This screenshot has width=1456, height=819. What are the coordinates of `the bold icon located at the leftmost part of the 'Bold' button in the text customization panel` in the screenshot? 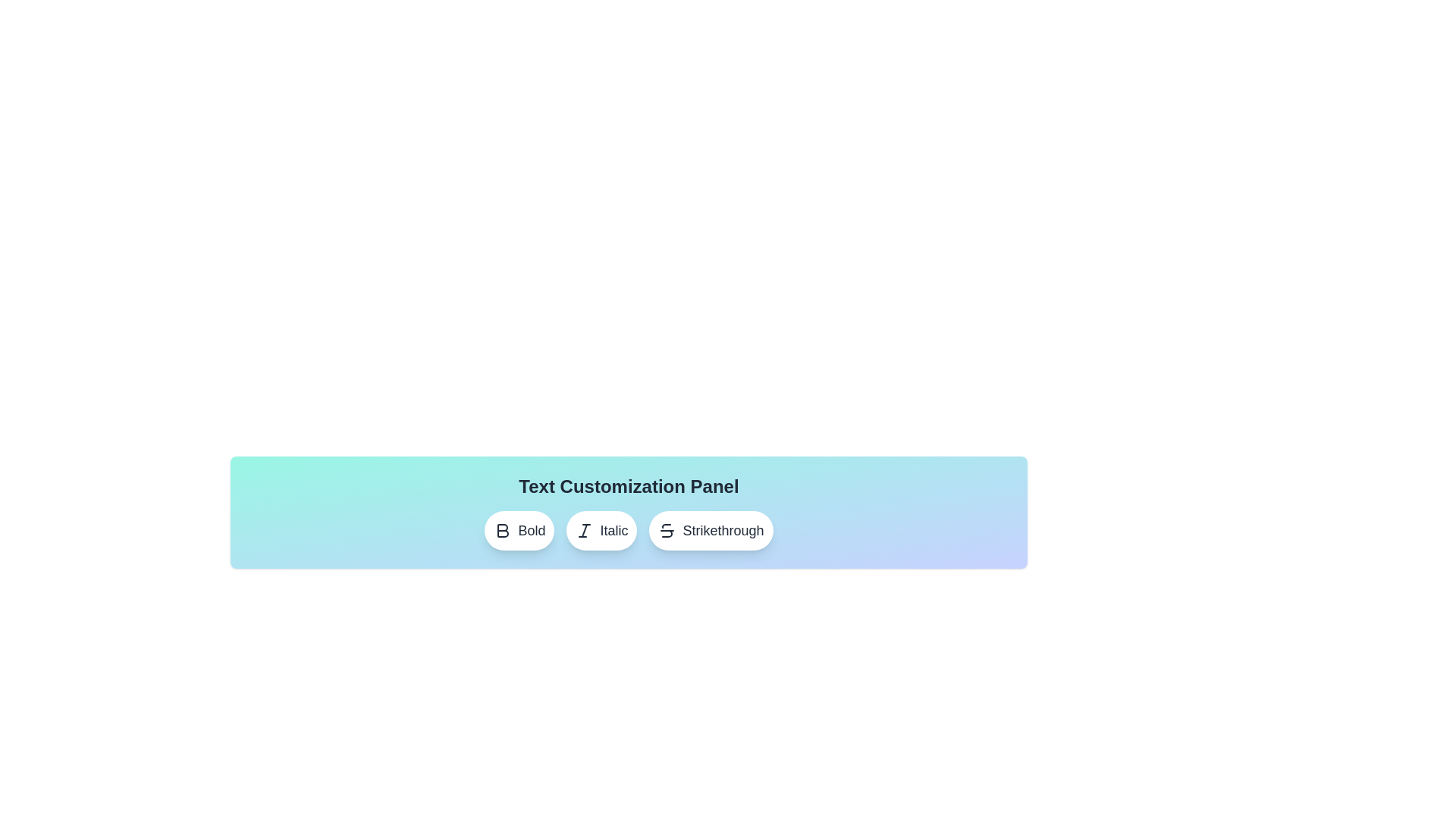 It's located at (503, 529).